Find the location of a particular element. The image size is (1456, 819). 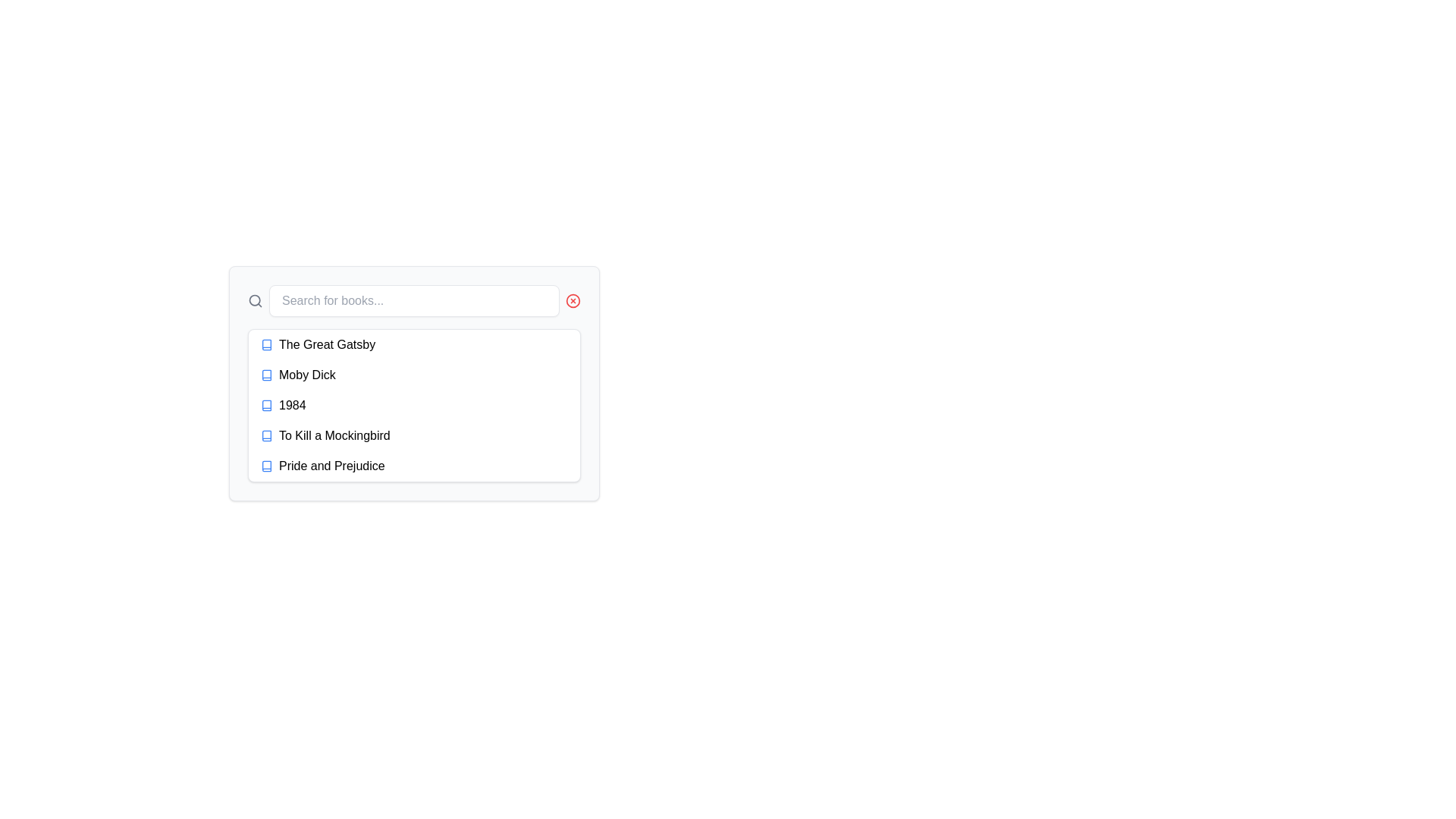

the small blue-colored book icon located to the left of the 'Moby Dick' text in the dropdown list below the 'Search for books...' input field is located at coordinates (266, 375).